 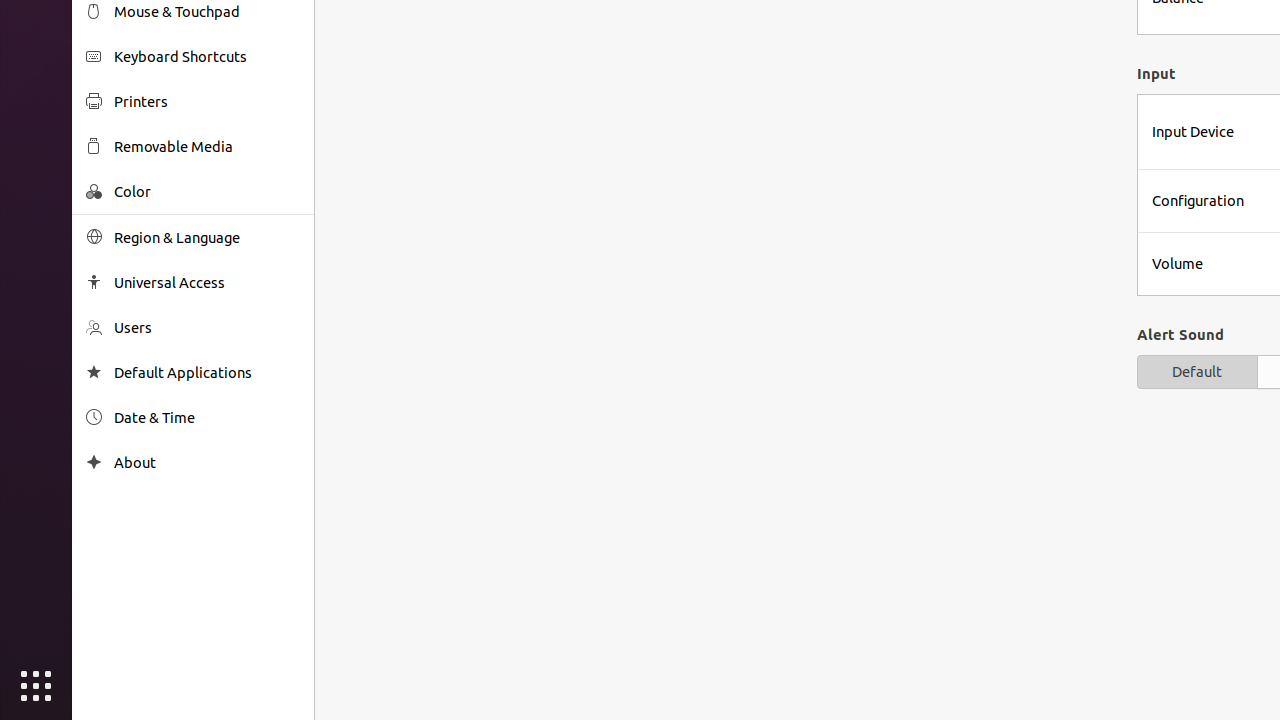 What do you see at coordinates (206, 145) in the screenshot?
I see `'Removable Media'` at bounding box center [206, 145].